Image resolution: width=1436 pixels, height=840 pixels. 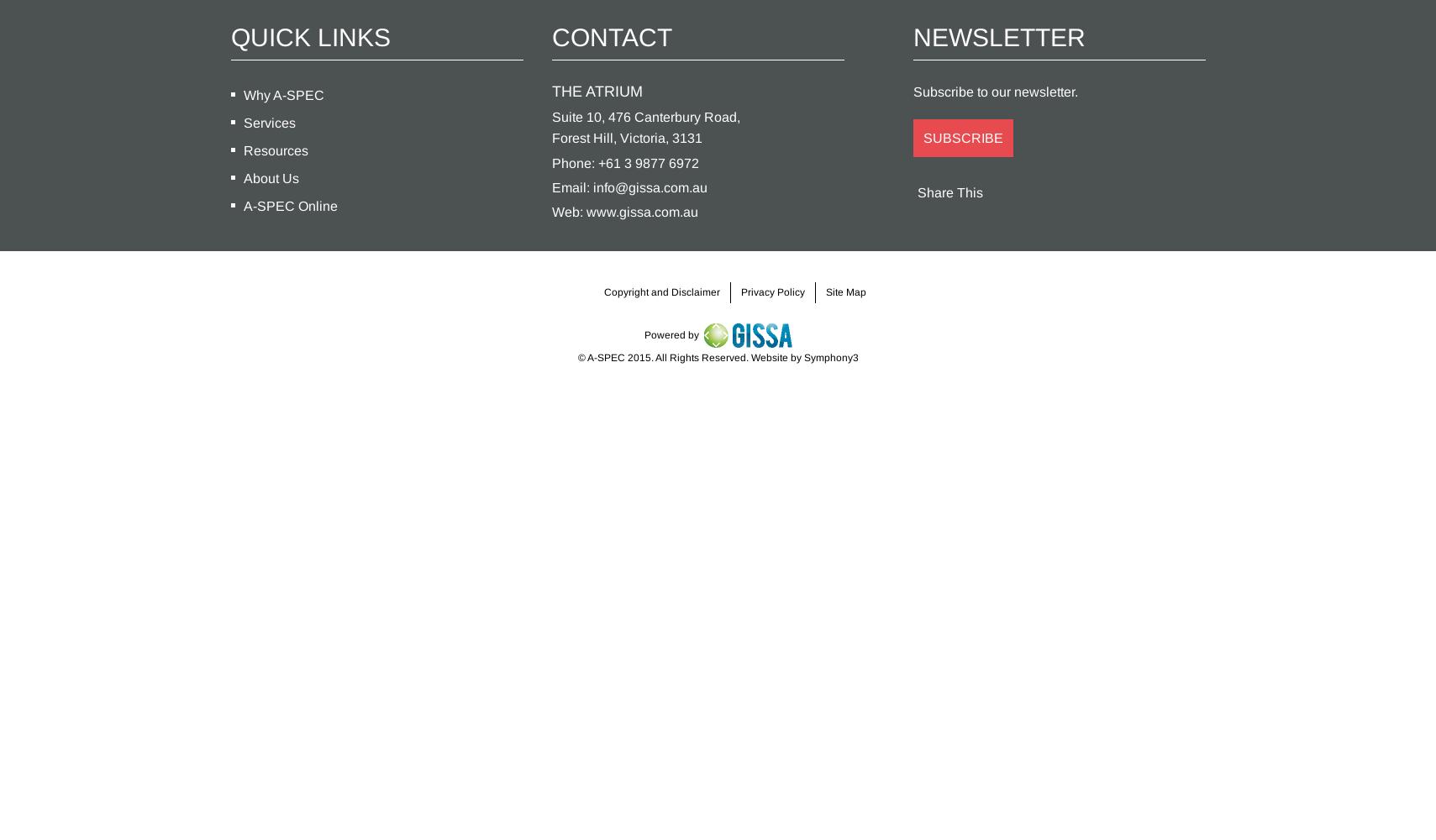 I want to click on 'Services', so click(x=241, y=122).